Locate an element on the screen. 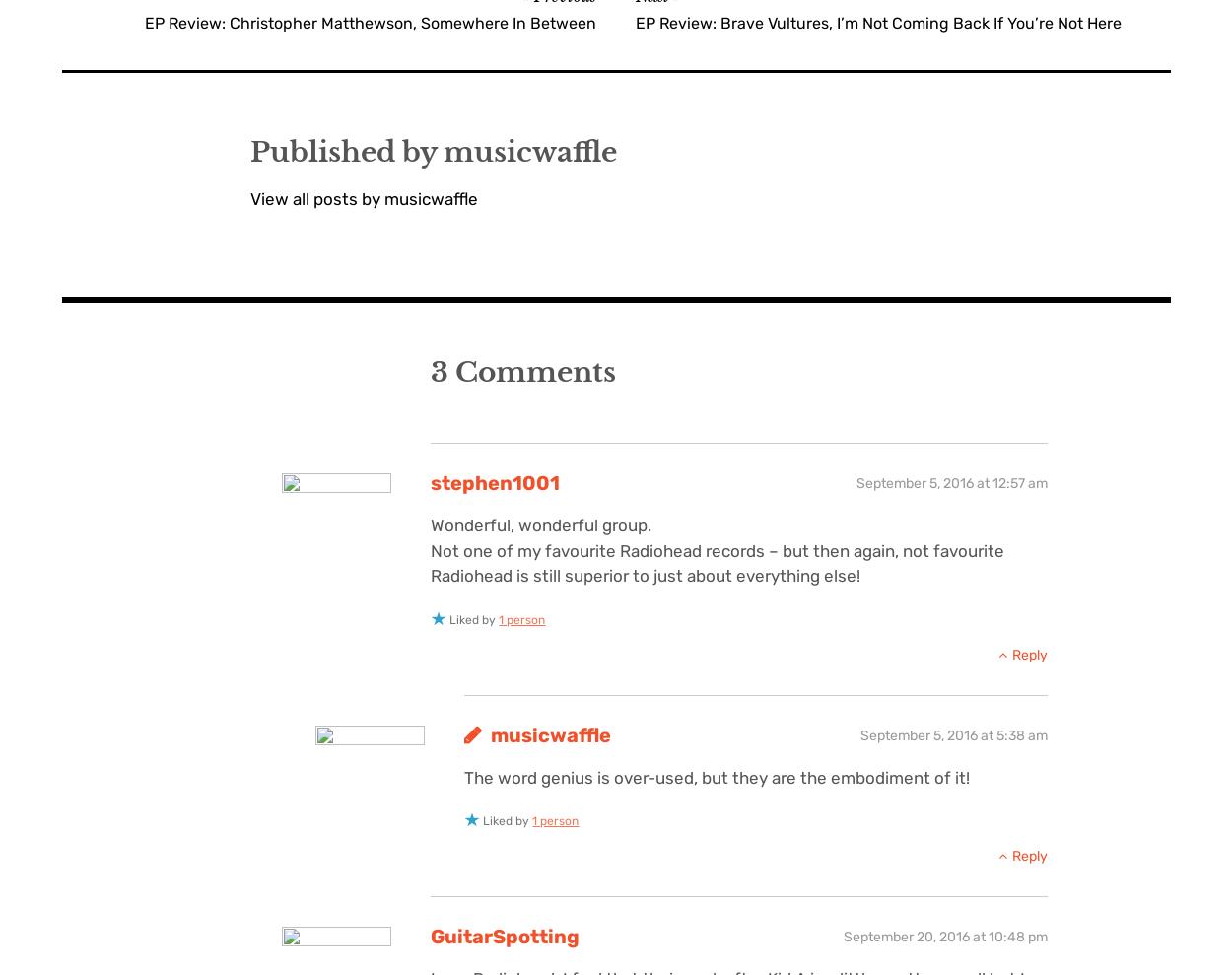 The height and width of the screenshot is (975, 1232). '3 Comments' is located at coordinates (523, 371).